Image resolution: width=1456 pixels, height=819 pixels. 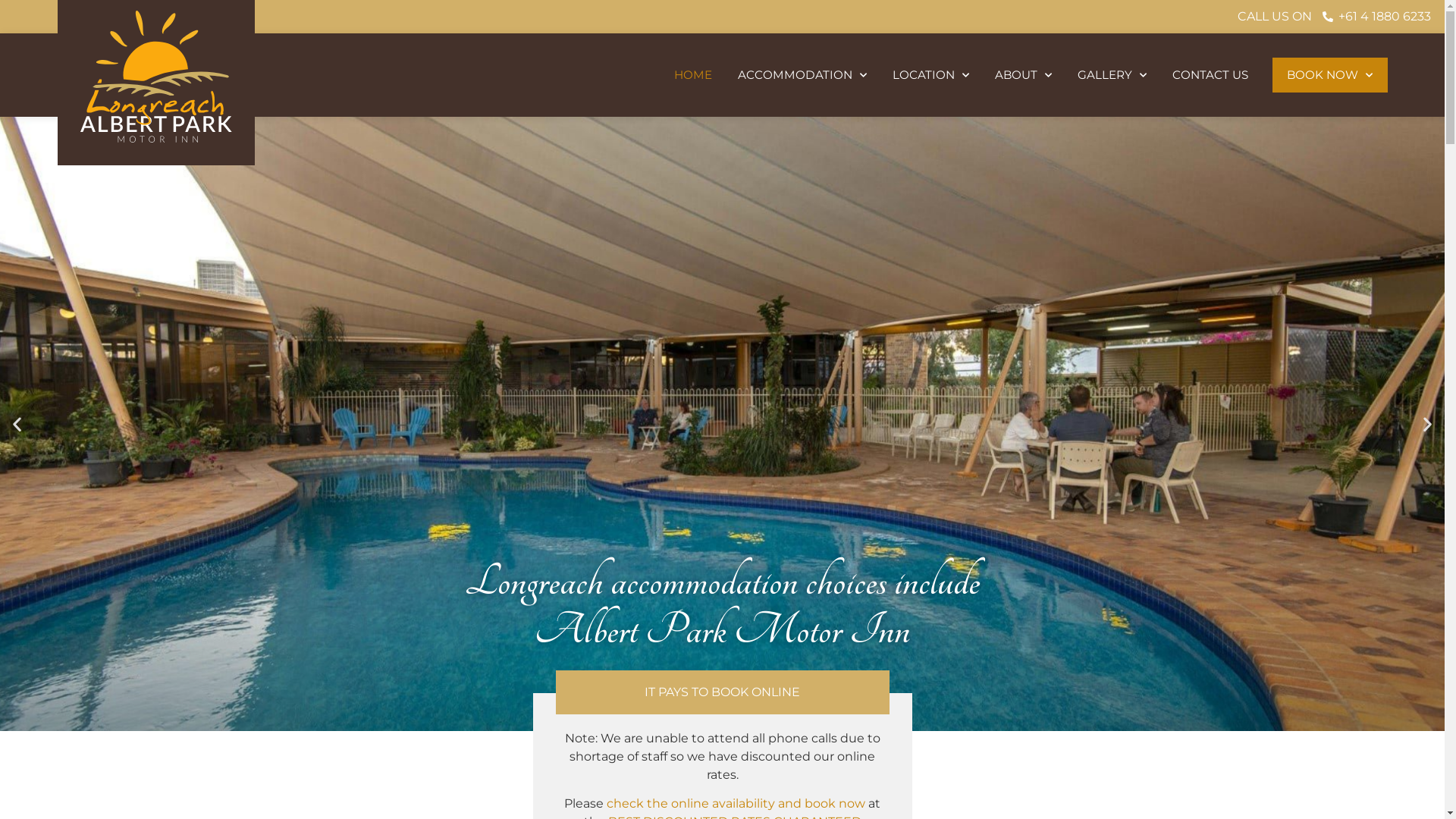 I want to click on 'CONTACT US', so click(x=1208, y=75).